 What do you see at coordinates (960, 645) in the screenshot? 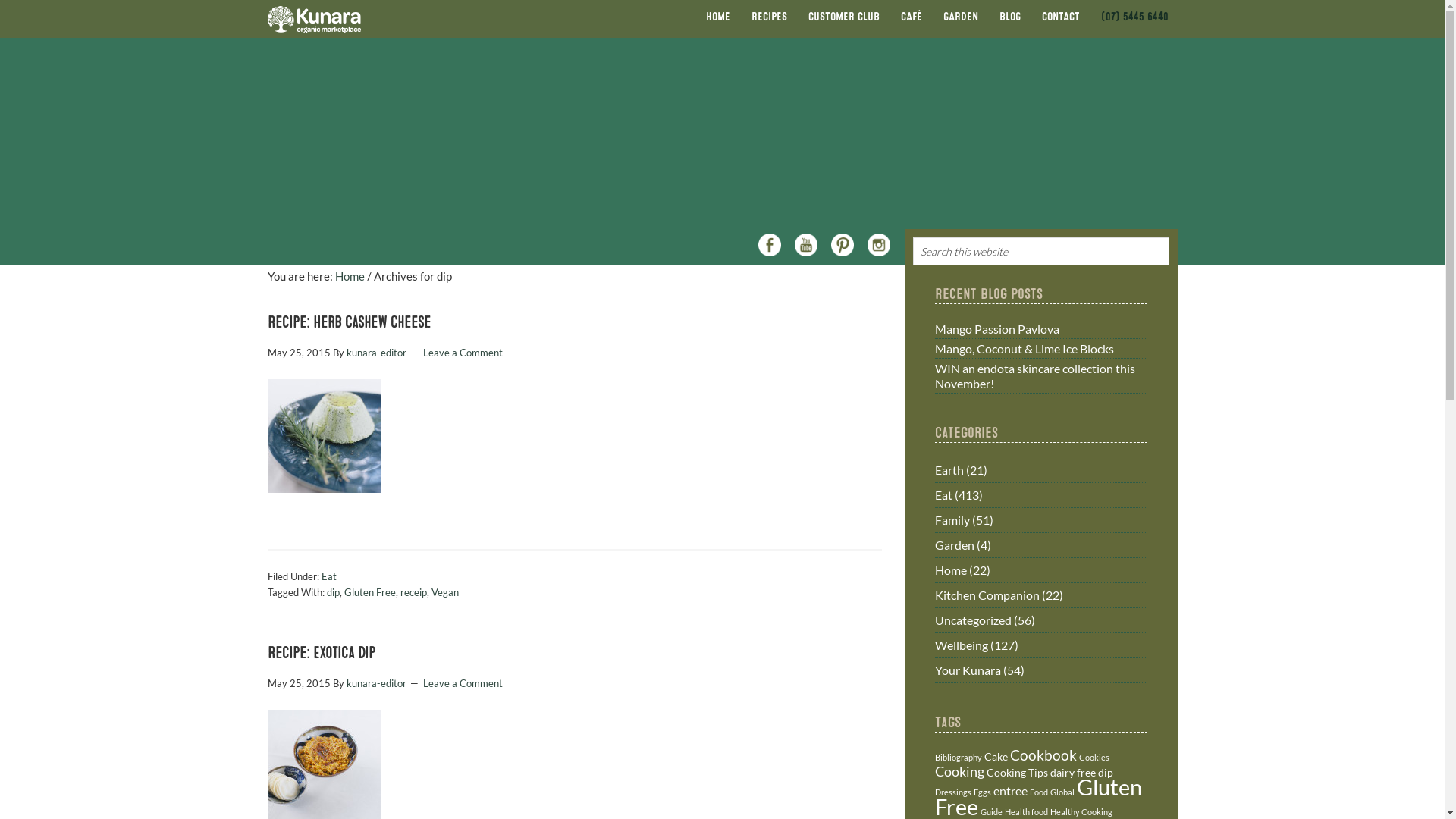
I see `'Wellbeing'` at bounding box center [960, 645].